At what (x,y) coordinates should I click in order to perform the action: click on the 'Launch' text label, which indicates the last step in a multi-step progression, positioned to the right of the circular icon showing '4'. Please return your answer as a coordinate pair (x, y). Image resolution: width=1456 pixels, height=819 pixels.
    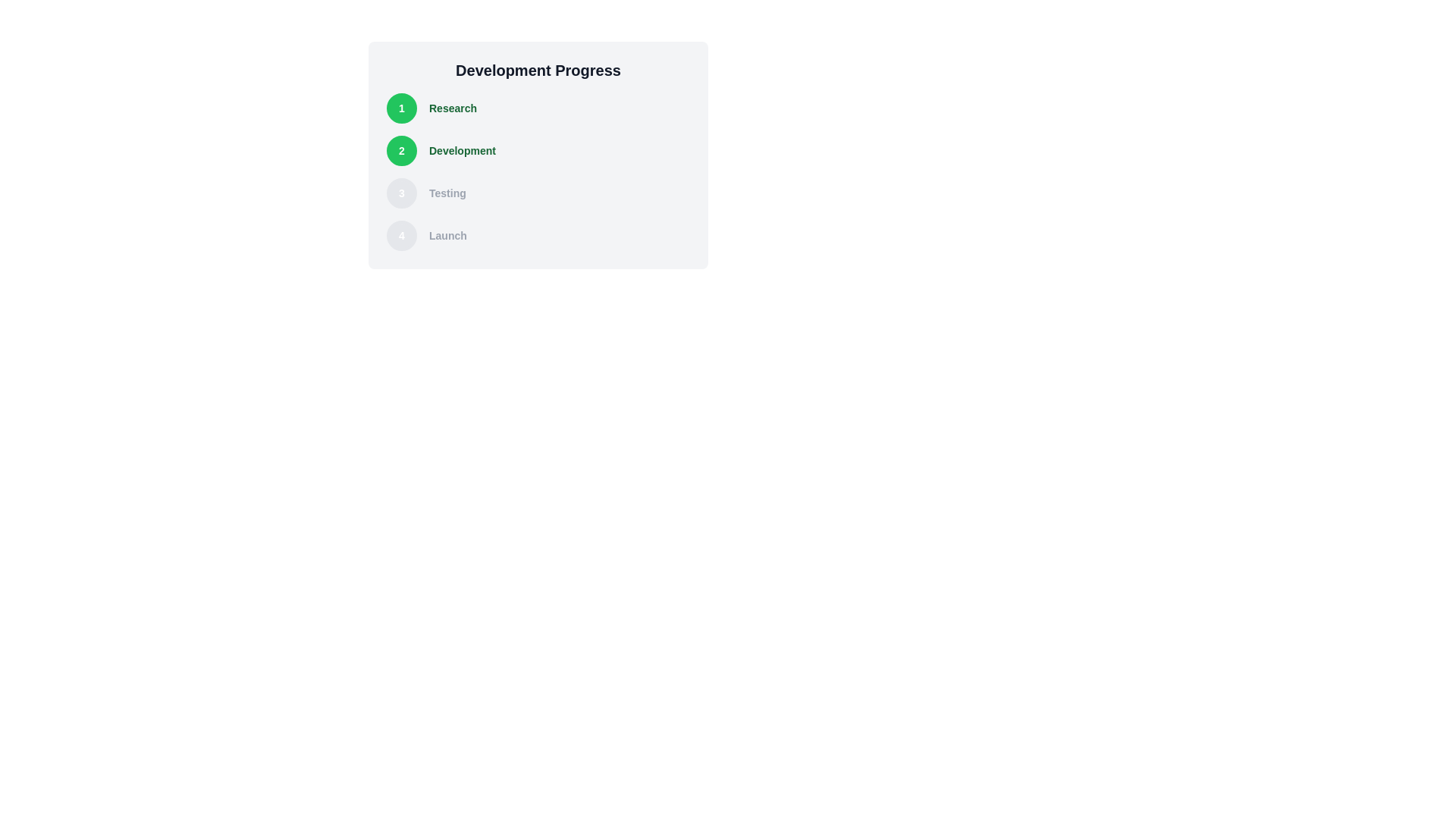
    Looking at the image, I should click on (447, 236).